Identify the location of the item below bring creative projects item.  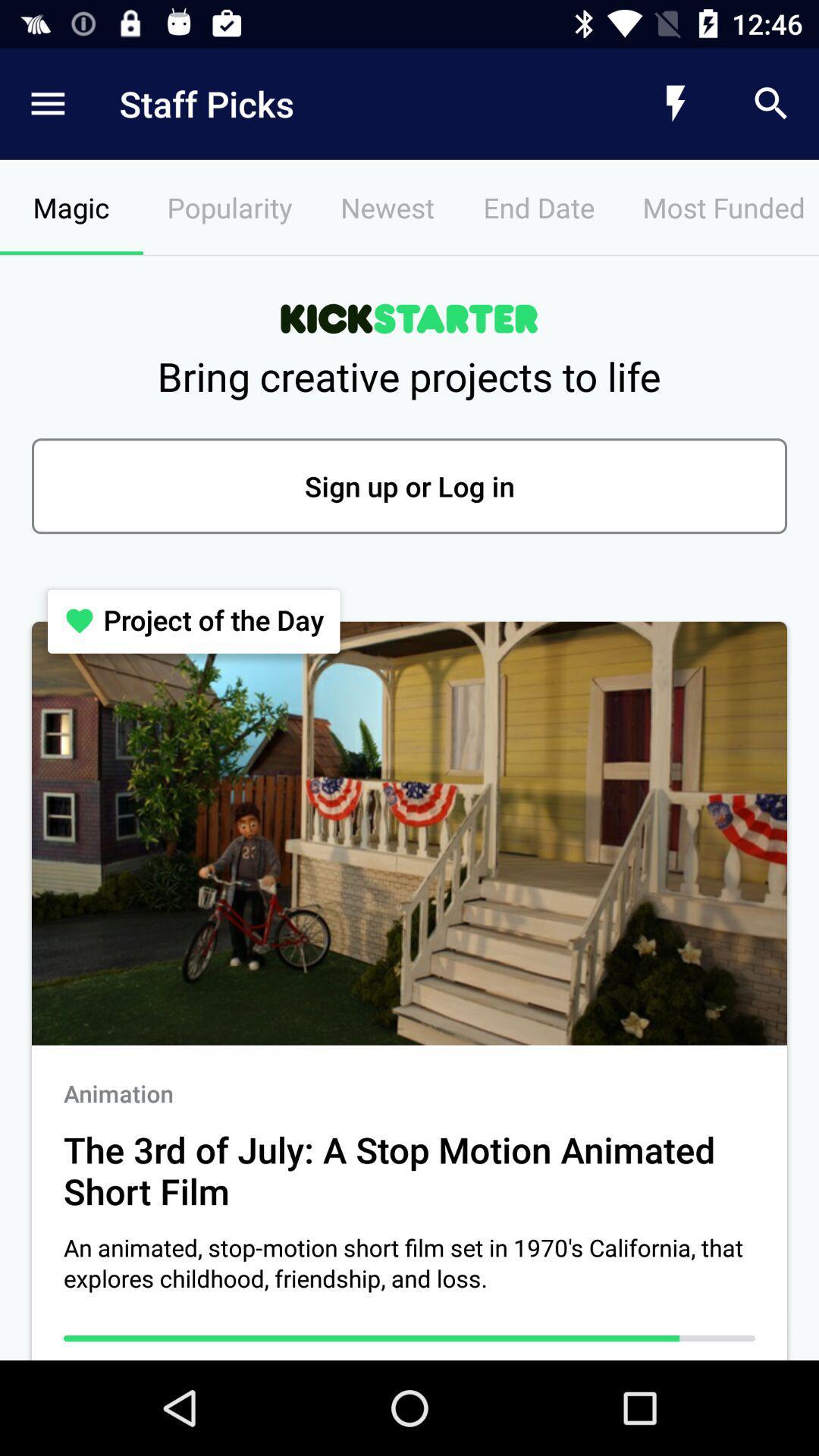
(409, 486).